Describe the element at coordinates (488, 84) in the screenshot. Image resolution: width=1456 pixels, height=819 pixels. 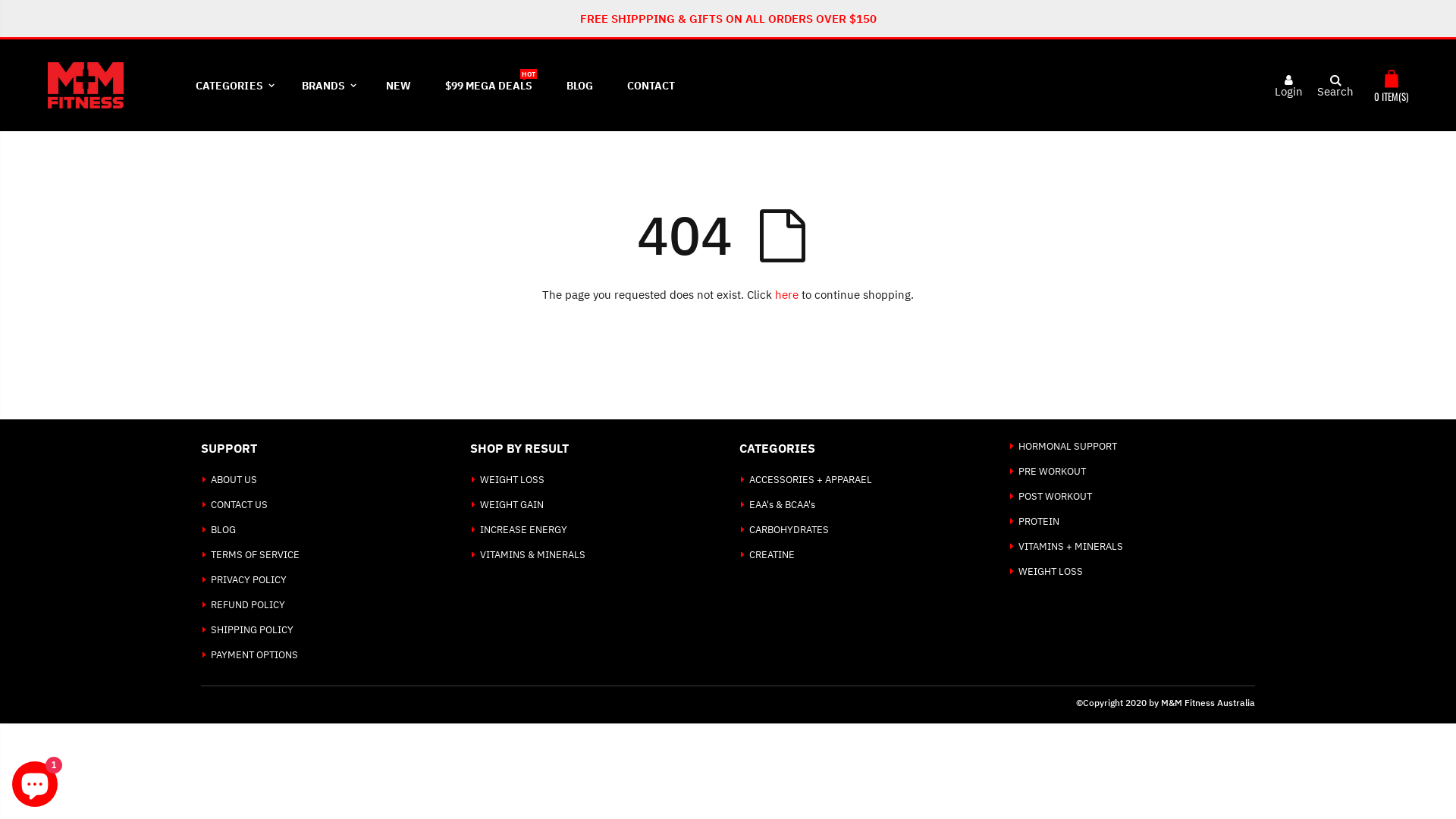
I see `'$99 MEGA DEALS` at that location.